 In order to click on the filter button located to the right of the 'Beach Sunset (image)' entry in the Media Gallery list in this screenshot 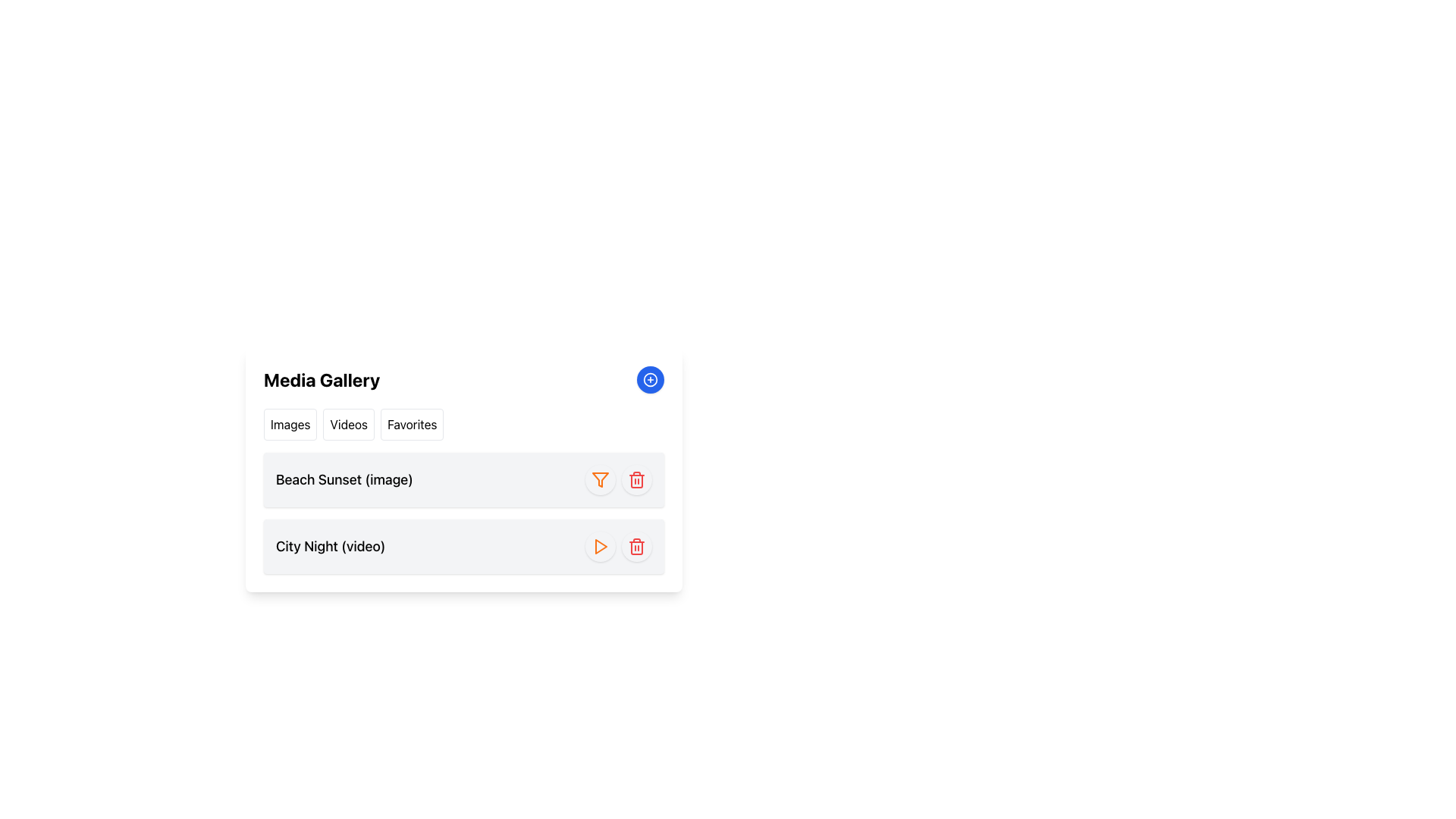, I will do `click(600, 479)`.